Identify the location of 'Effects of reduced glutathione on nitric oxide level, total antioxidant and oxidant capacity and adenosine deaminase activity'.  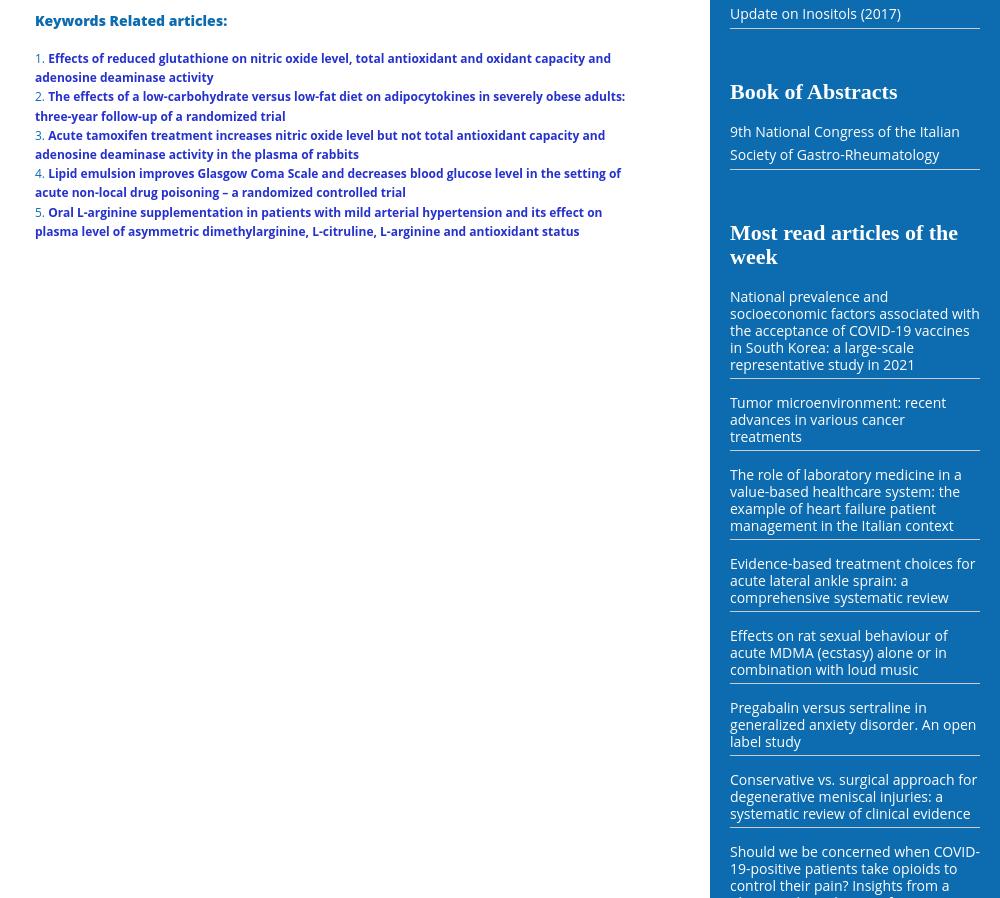
(322, 66).